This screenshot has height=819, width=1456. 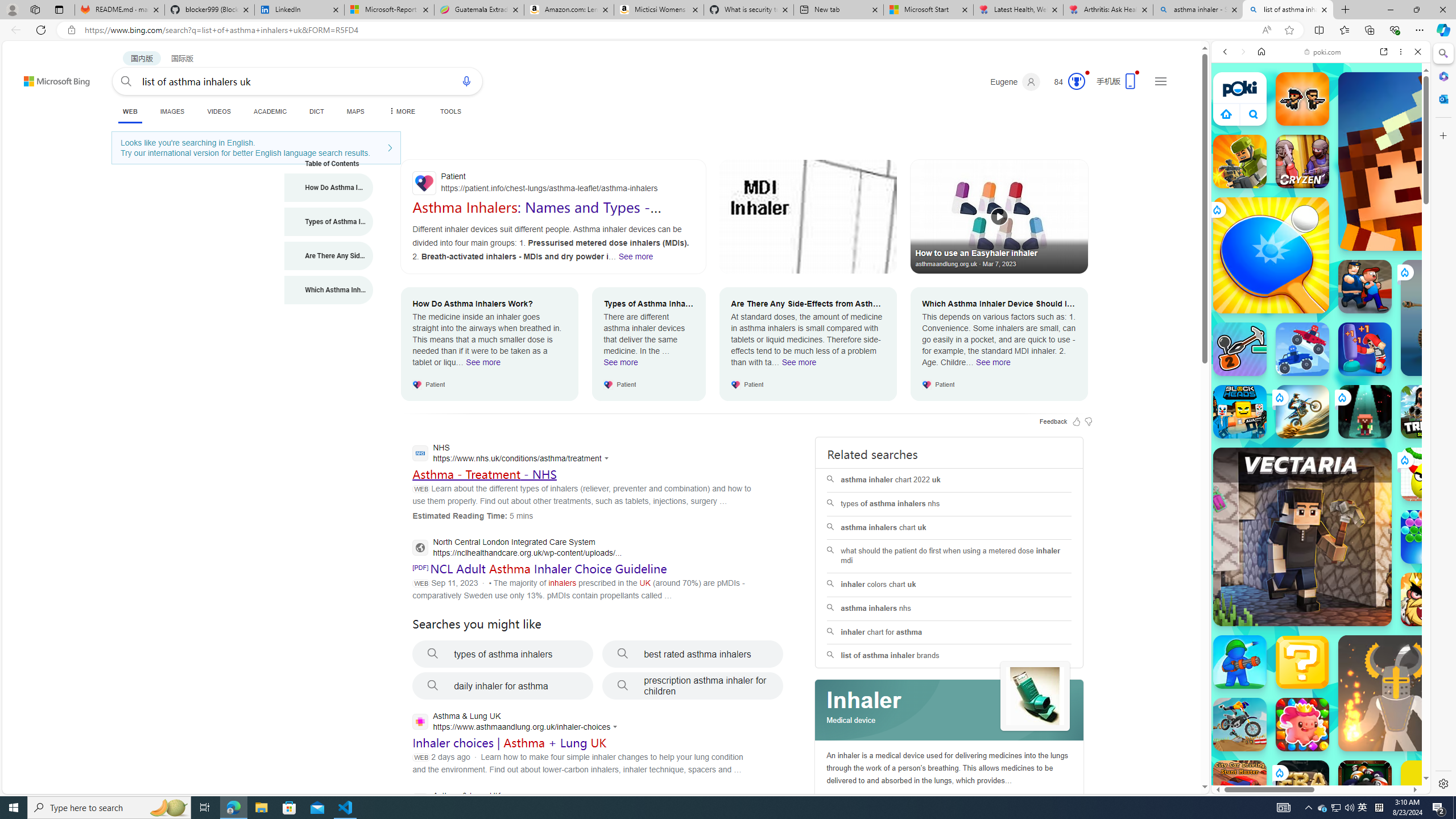 I want to click on 'Two Player Games', so click(x=1319, y=322).